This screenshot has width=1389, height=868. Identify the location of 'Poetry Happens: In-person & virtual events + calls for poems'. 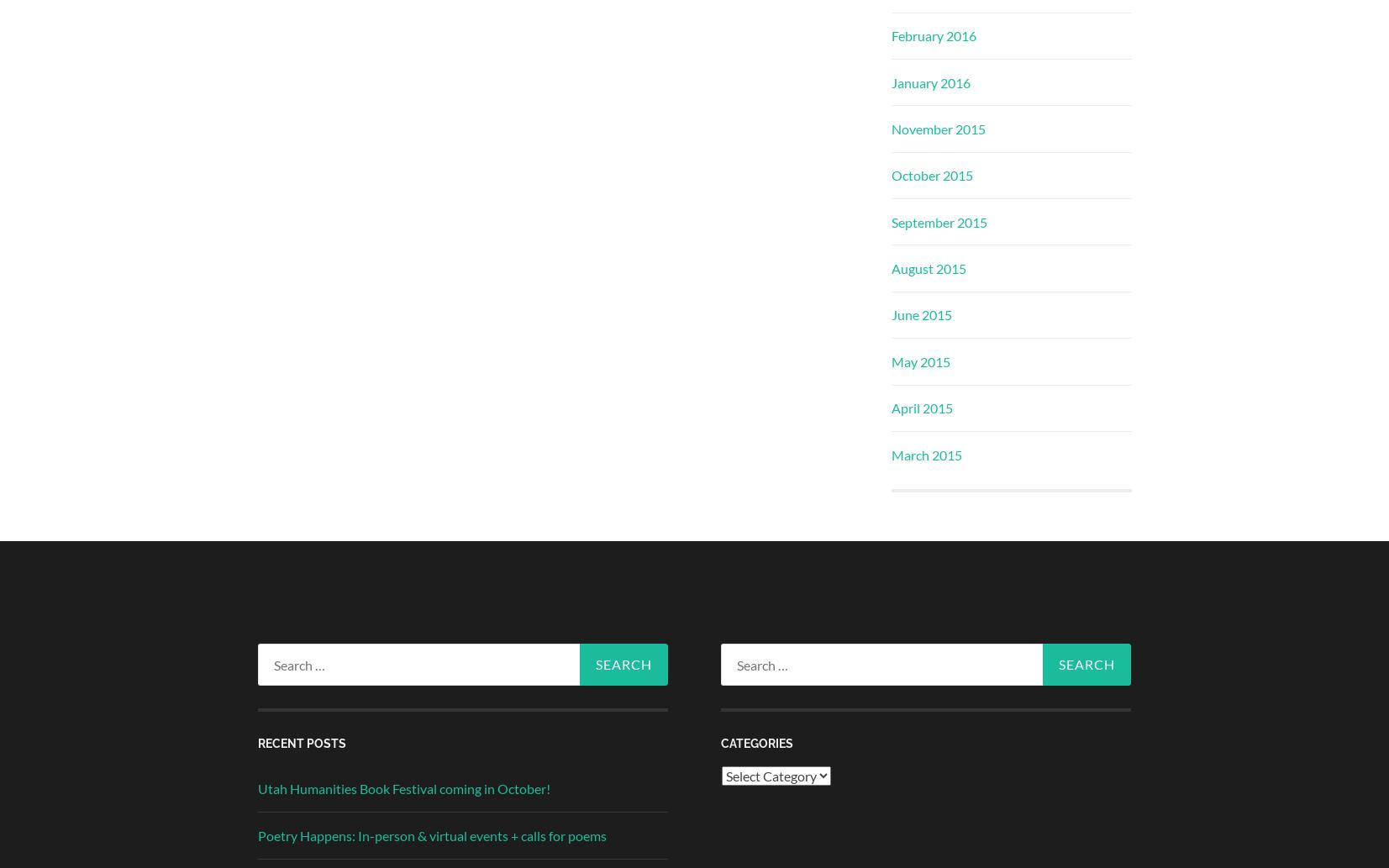
(430, 834).